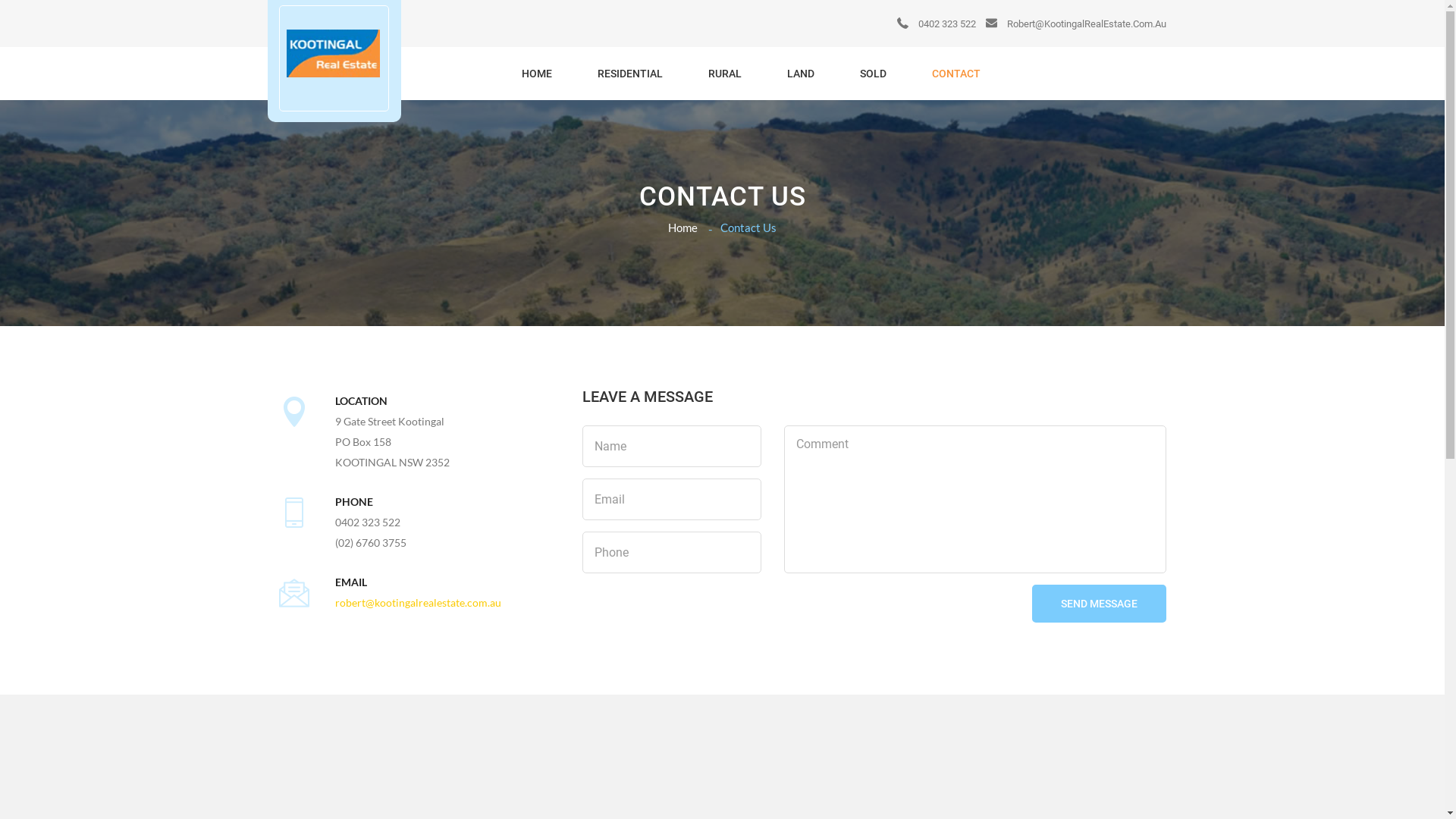 This screenshot has width=1456, height=819. Describe the element at coordinates (934, 24) in the screenshot. I see `'0402 323 522'` at that location.